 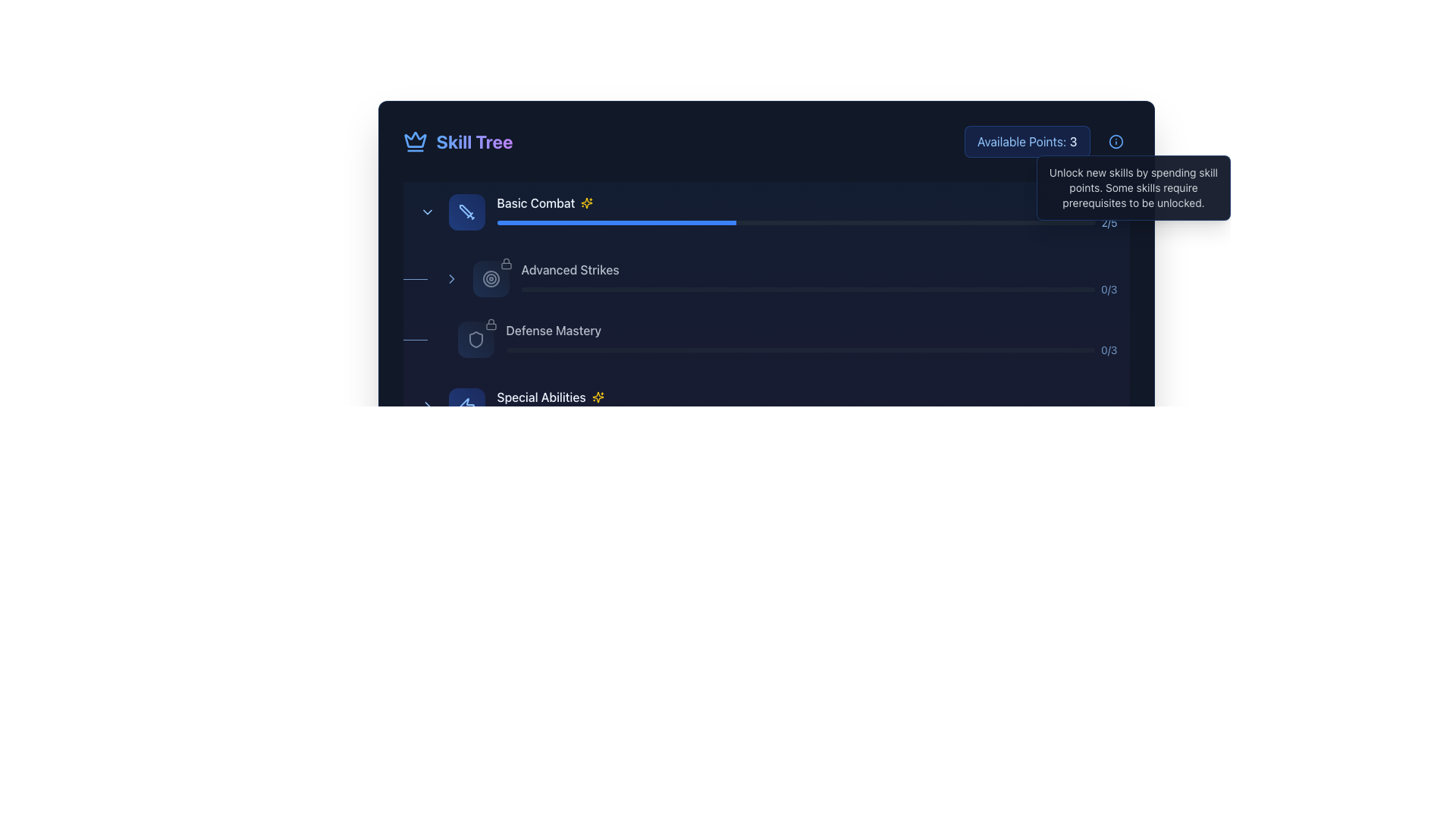 What do you see at coordinates (617, 222) in the screenshot?
I see `the visual representation of the progress bar segment that indicates 40% completion in the 'Skill Tree' for 'Basic Combat'` at bounding box center [617, 222].